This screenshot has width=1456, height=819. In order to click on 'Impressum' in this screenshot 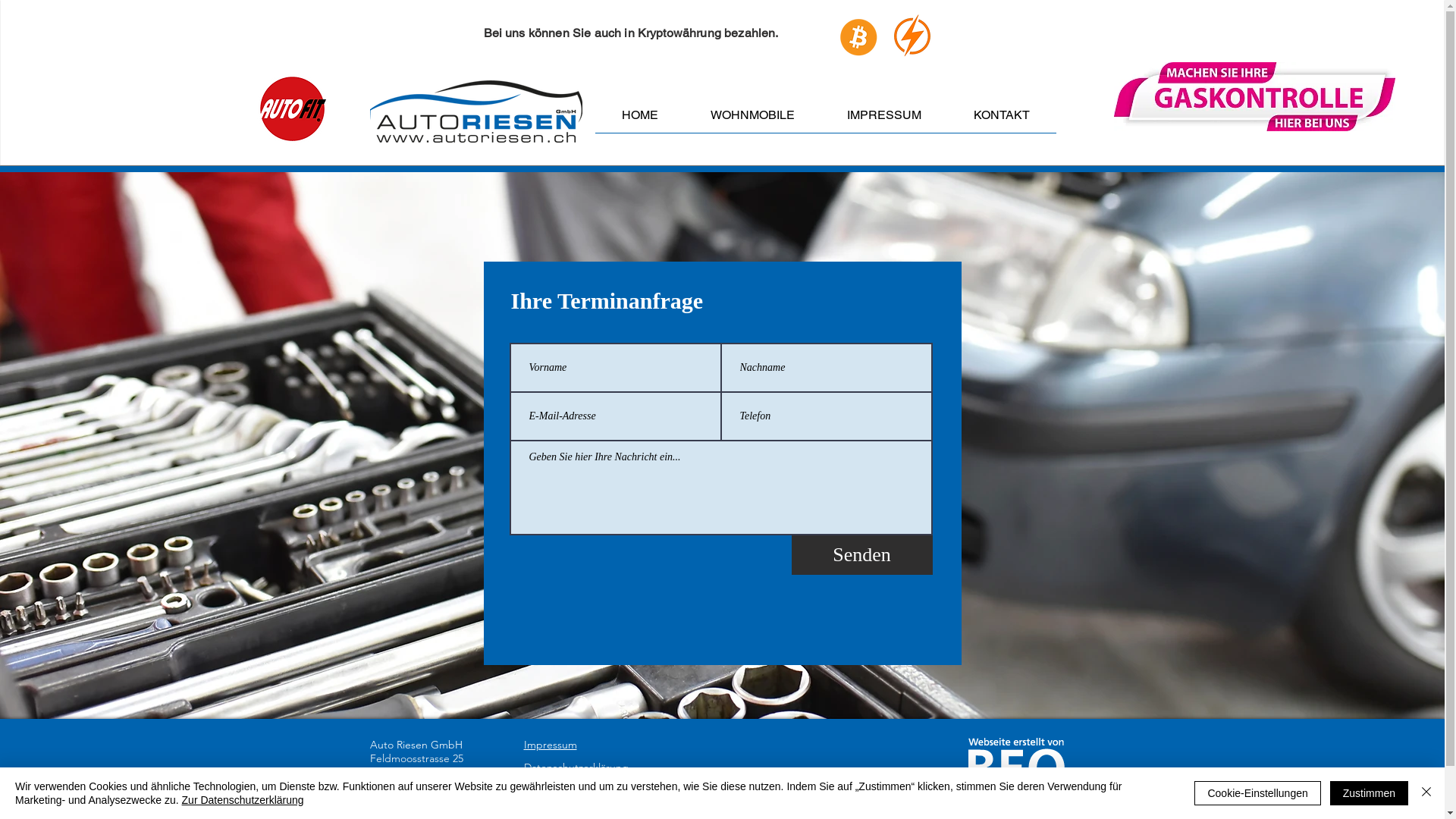, I will do `click(548, 744)`.